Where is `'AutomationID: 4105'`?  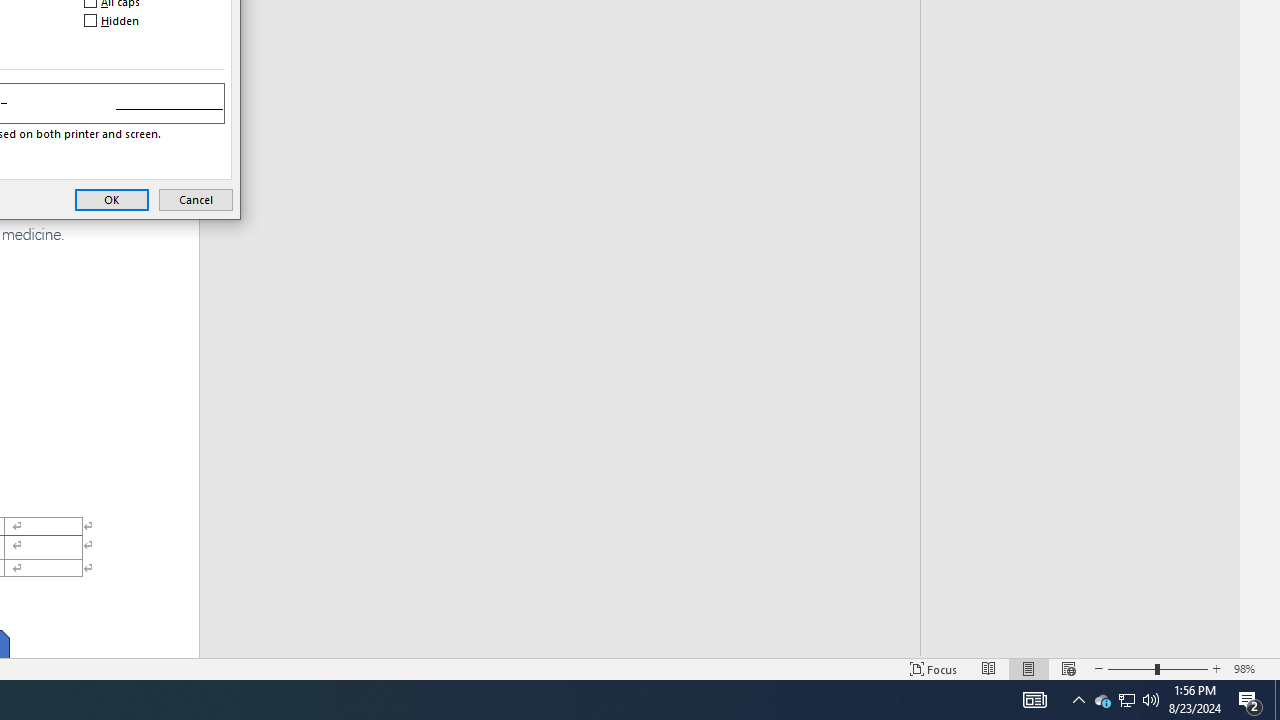
'AutomationID: 4105' is located at coordinates (1034, 698).